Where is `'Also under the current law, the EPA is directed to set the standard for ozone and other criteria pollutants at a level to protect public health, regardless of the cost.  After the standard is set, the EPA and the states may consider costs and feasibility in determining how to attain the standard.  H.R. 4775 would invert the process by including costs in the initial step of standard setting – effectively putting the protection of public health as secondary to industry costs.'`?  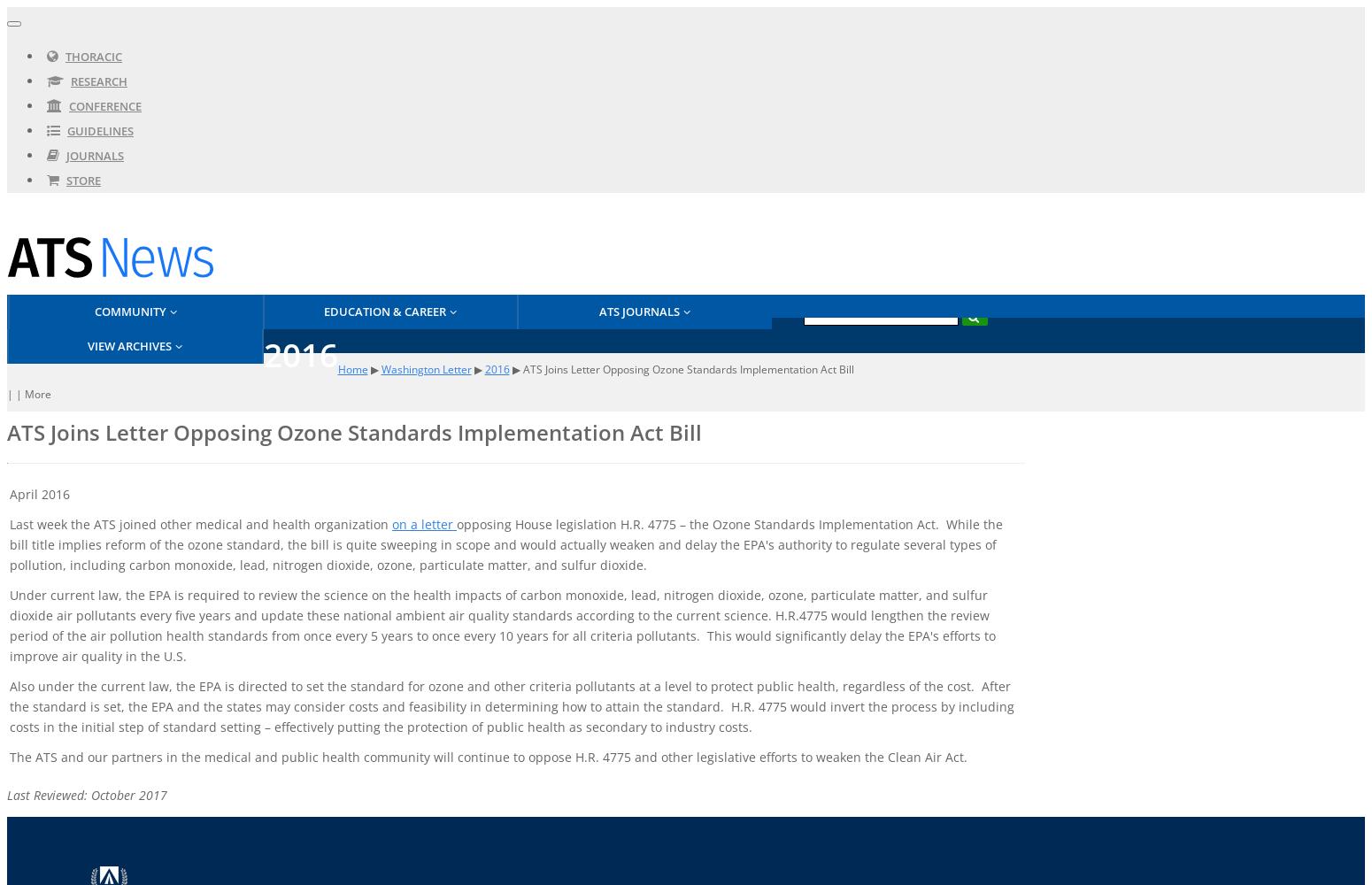
'Also under the current law, the EPA is directed to set the standard for ozone and other criteria pollutants at a level to protect public health, regardless of the cost.  After the standard is set, the EPA and the states may consider costs and feasibility in determining how to attain the standard.  H.R. 4775 would invert the process by including costs in the initial step of standard setting – effectively putting the protection of public health as secondary to industry costs.' is located at coordinates (512, 705).